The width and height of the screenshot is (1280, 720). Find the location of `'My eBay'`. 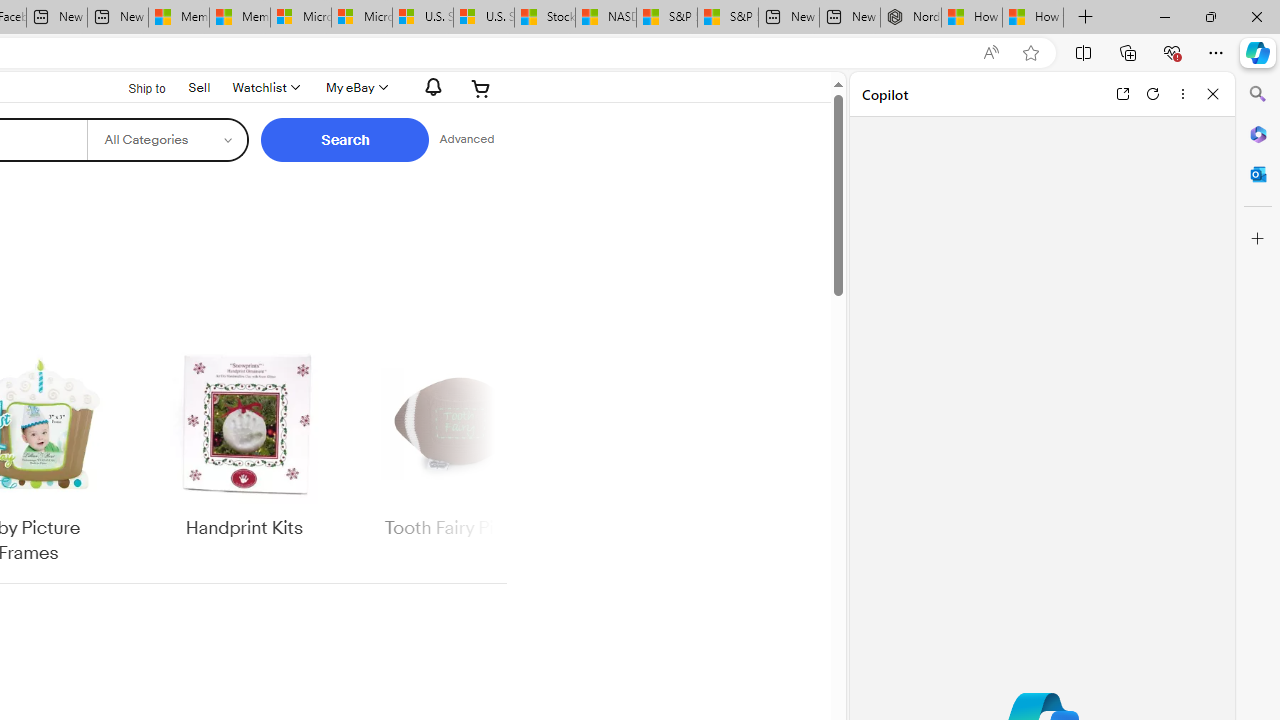

'My eBay' is located at coordinates (355, 87).